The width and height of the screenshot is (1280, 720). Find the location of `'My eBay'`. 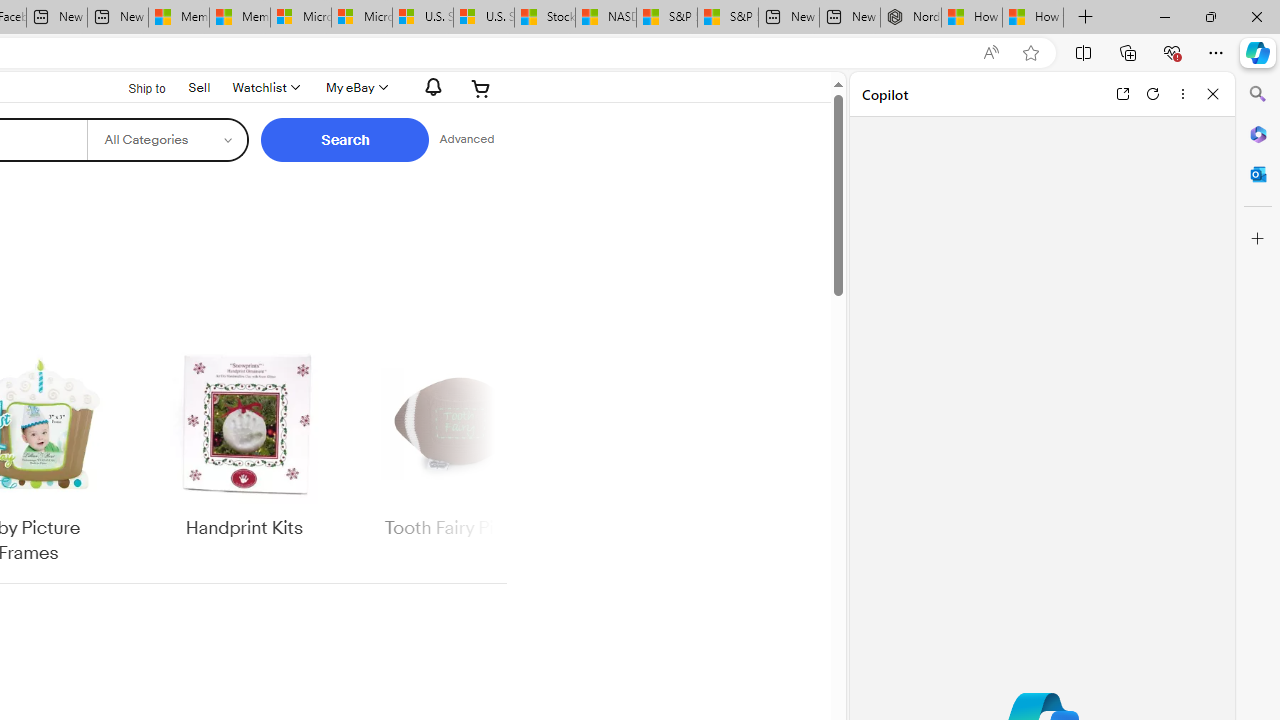

'My eBay' is located at coordinates (355, 87).